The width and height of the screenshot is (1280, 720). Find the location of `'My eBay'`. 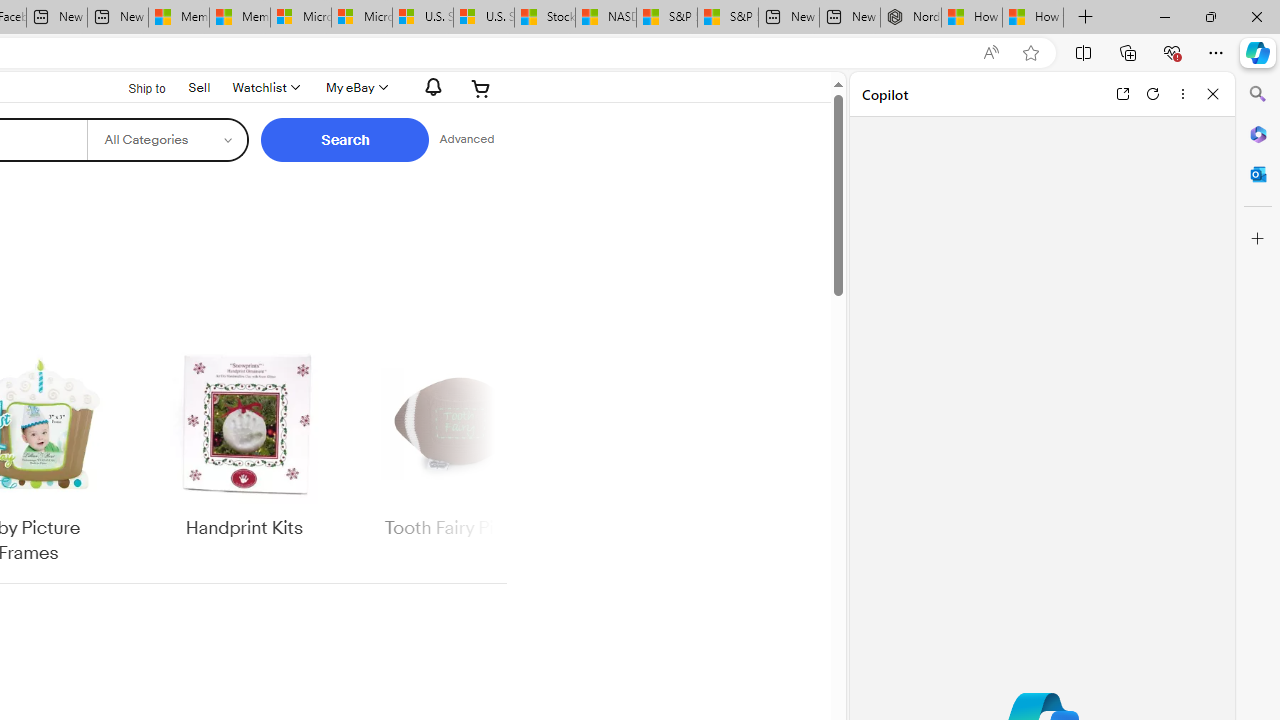

'My eBay' is located at coordinates (355, 87).